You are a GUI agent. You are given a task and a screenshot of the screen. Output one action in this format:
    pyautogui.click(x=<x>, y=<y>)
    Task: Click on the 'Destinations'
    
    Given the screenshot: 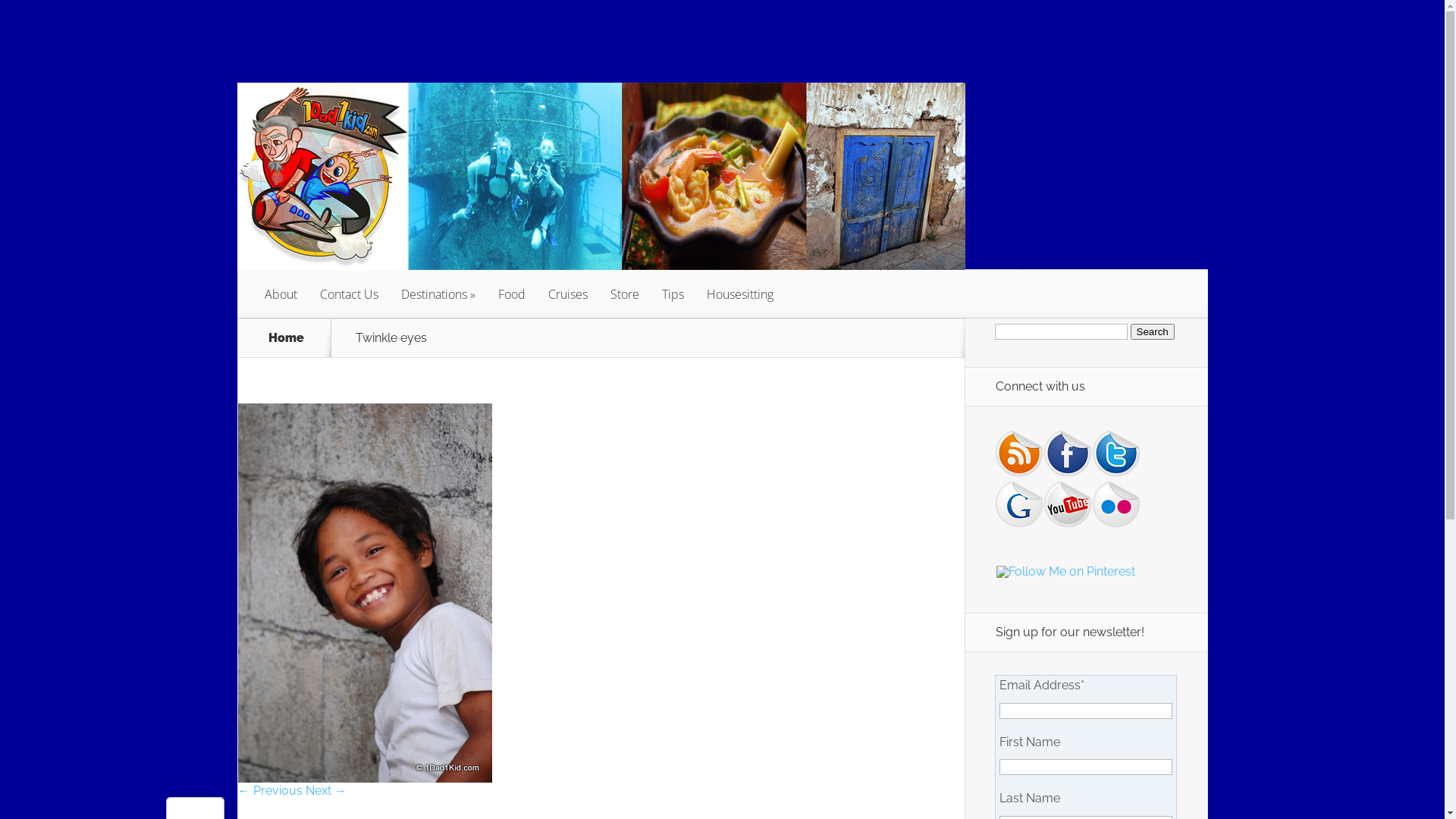 What is the action you would take?
    pyautogui.click(x=389, y=294)
    